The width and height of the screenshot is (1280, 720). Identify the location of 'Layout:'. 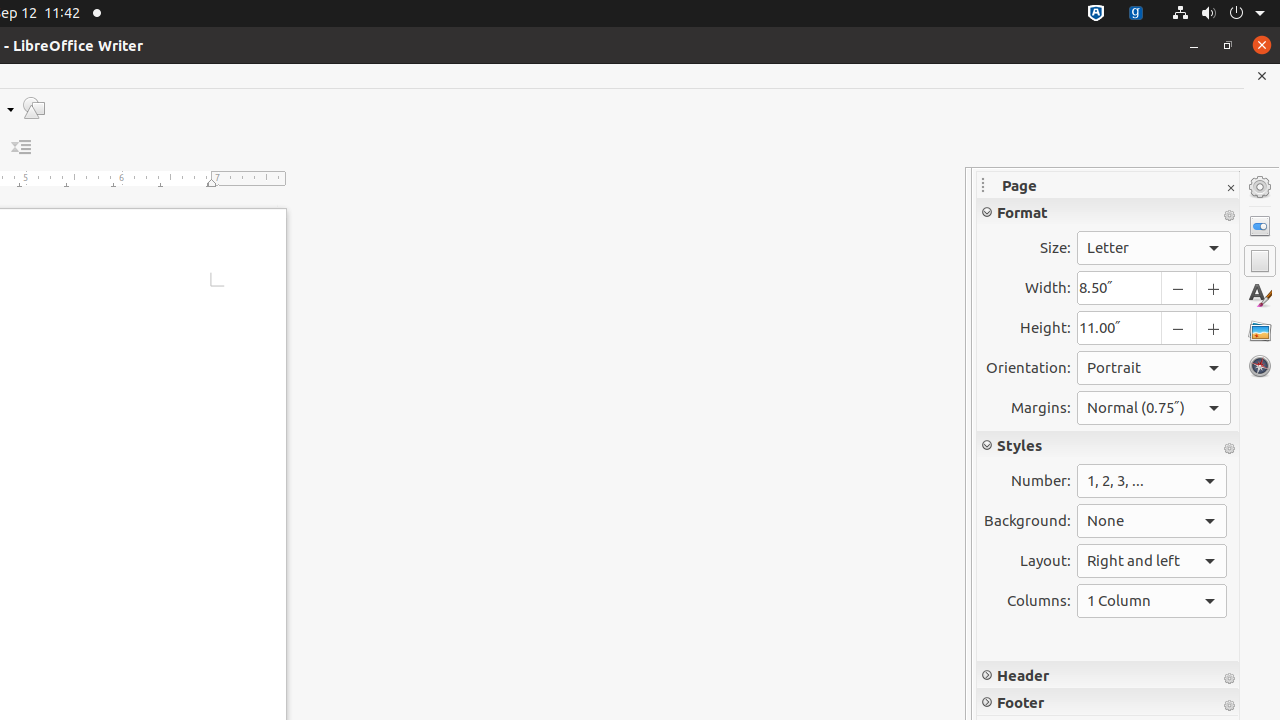
(1152, 561).